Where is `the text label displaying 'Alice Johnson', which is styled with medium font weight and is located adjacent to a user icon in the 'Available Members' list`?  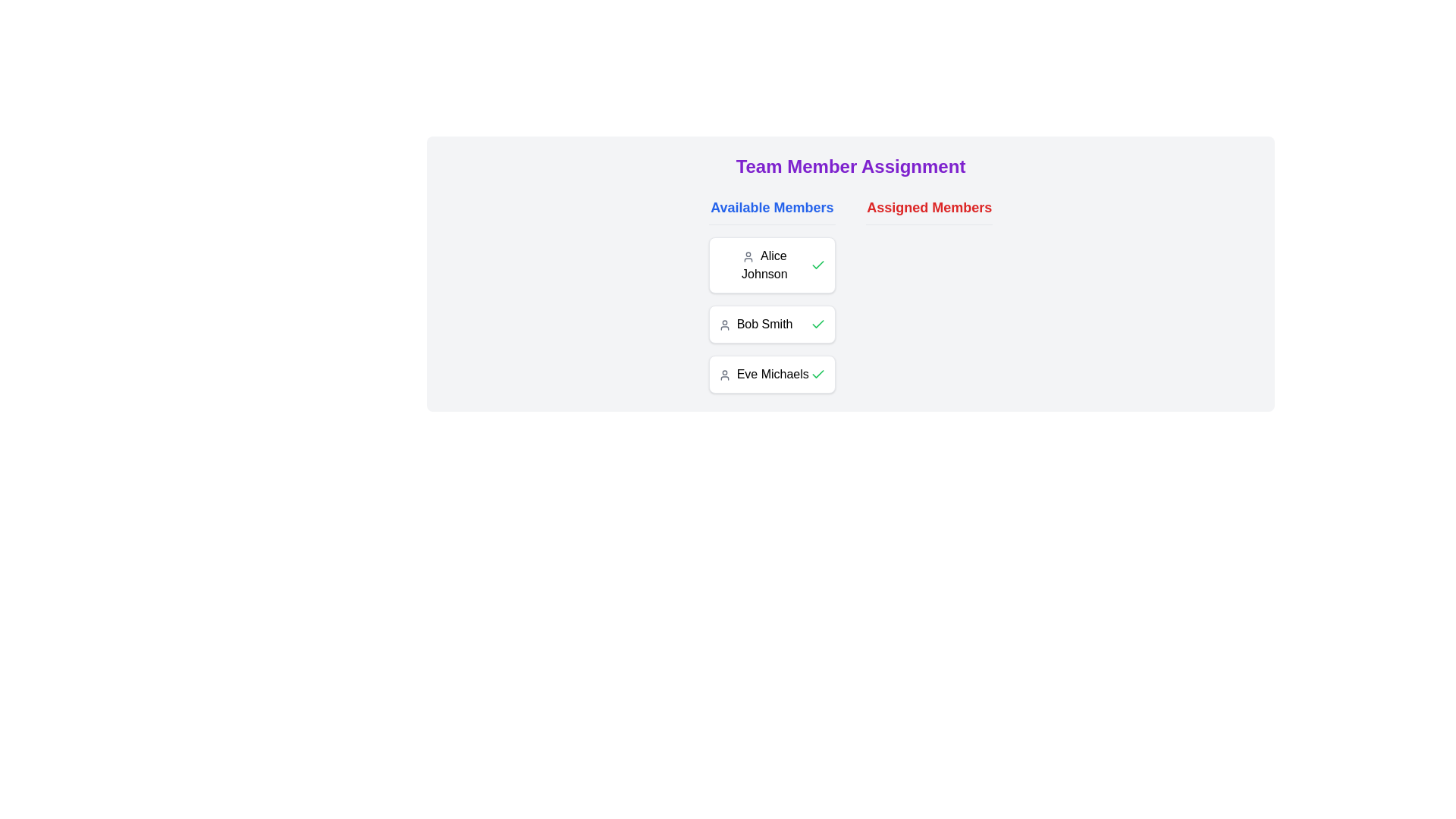 the text label displaying 'Alice Johnson', which is styled with medium font weight and is located adjacent to a user icon in the 'Available Members' list is located at coordinates (764, 264).